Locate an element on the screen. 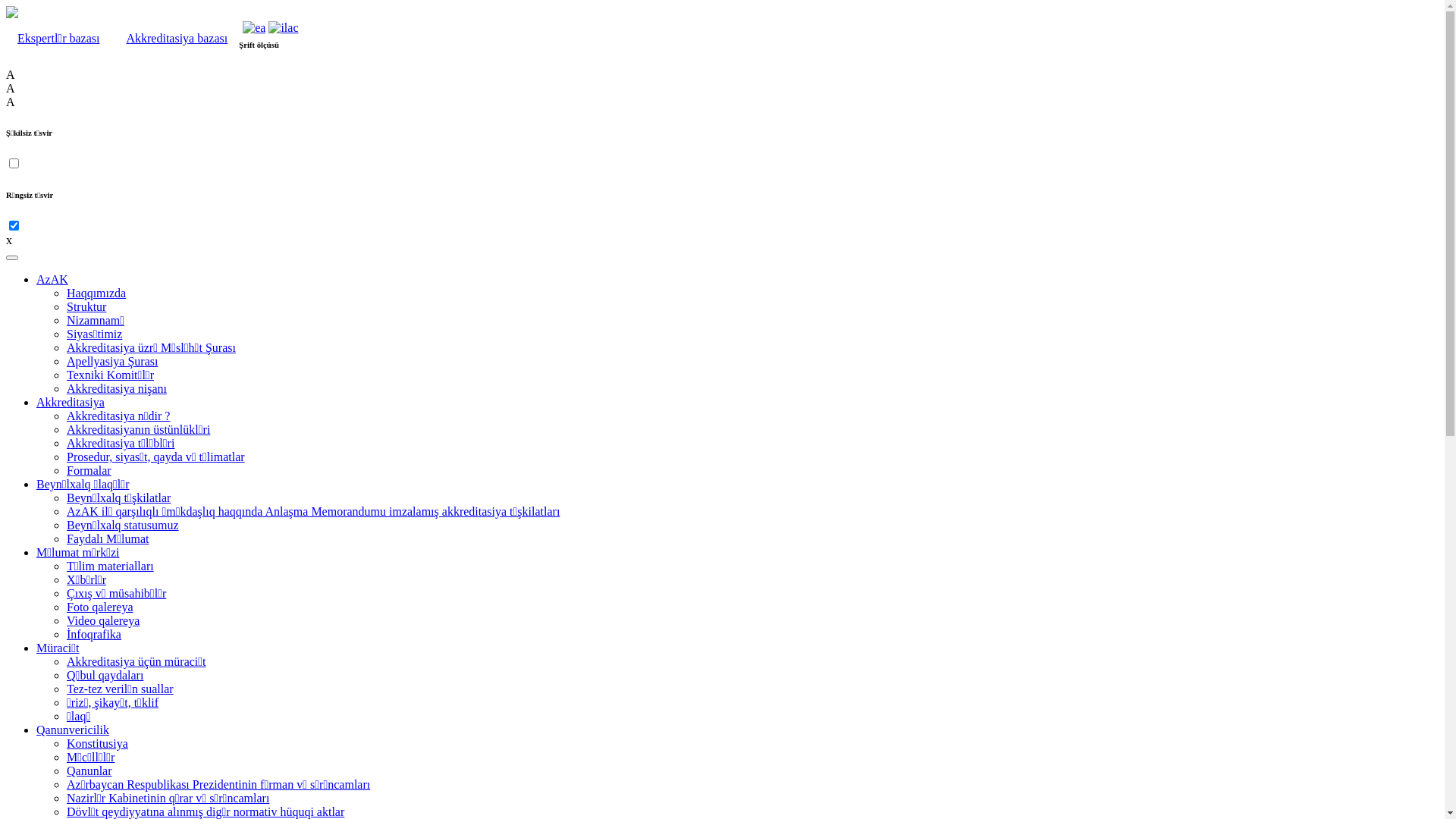 Image resolution: width=1456 pixels, height=819 pixels. 'AzAK' is located at coordinates (36, 279).